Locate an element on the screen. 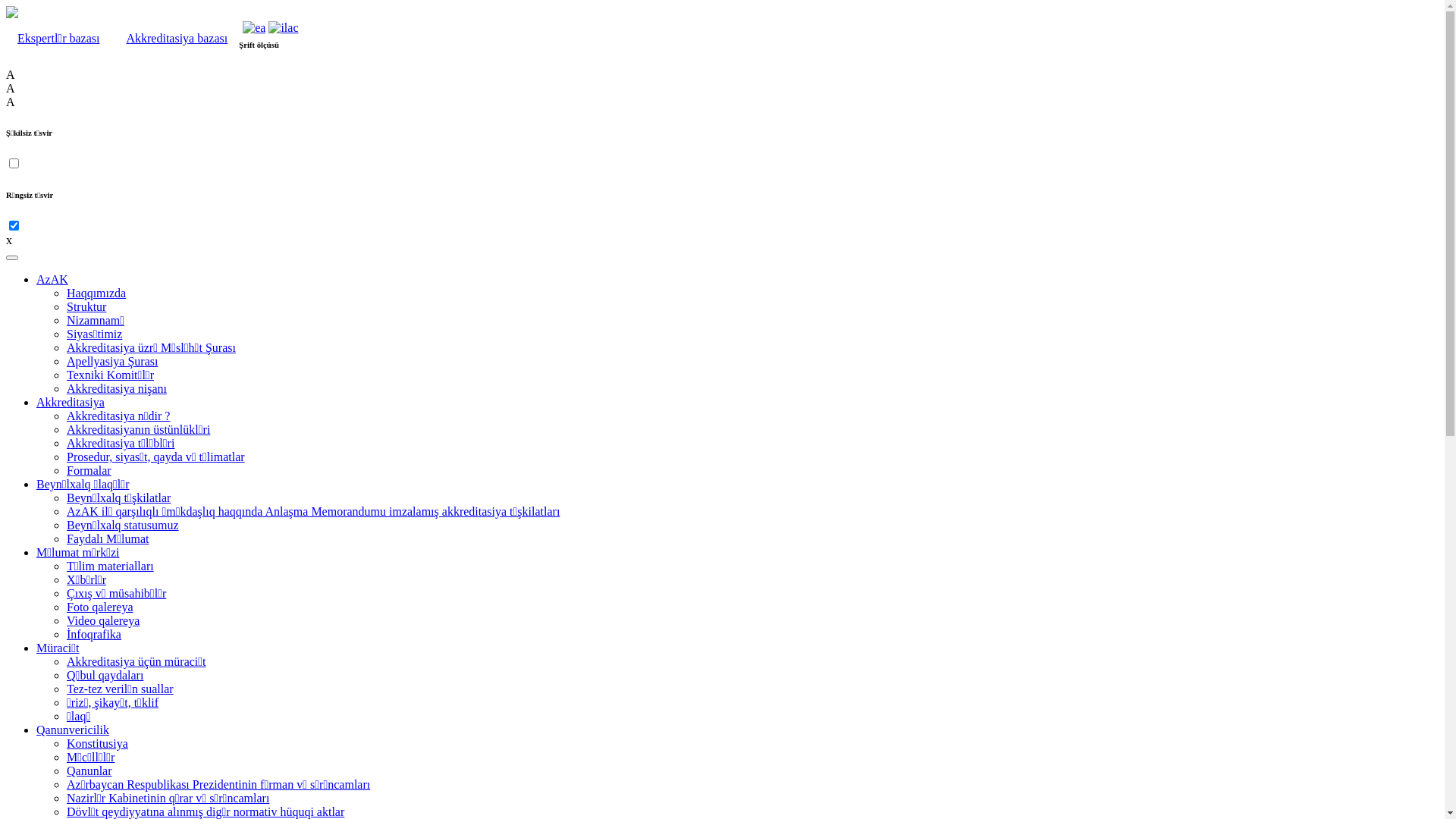 Image resolution: width=1456 pixels, height=819 pixels. 'AzAK' is located at coordinates (36, 279).